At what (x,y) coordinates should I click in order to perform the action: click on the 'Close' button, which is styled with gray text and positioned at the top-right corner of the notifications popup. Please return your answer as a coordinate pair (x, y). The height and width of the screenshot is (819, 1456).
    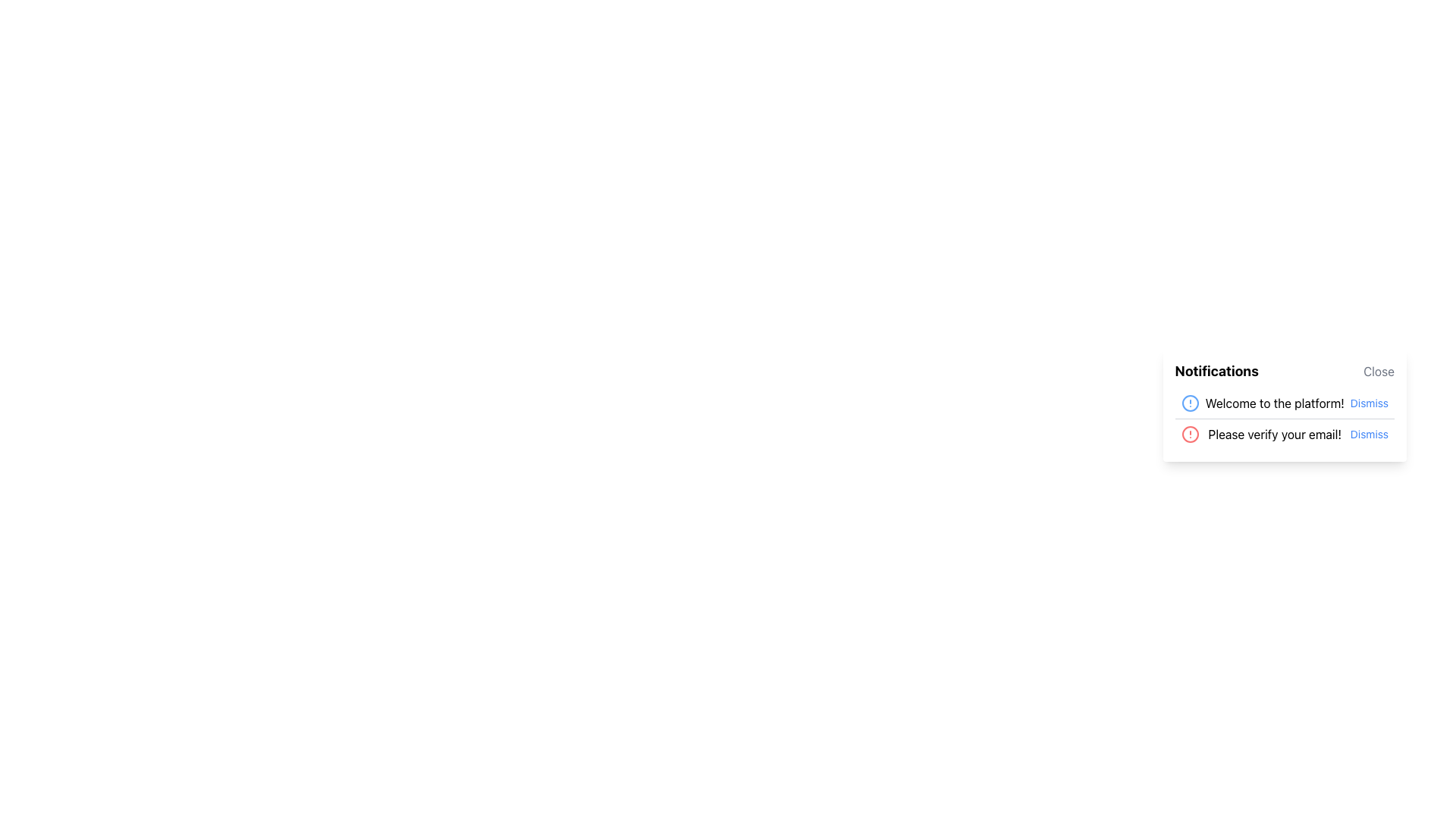
    Looking at the image, I should click on (1379, 371).